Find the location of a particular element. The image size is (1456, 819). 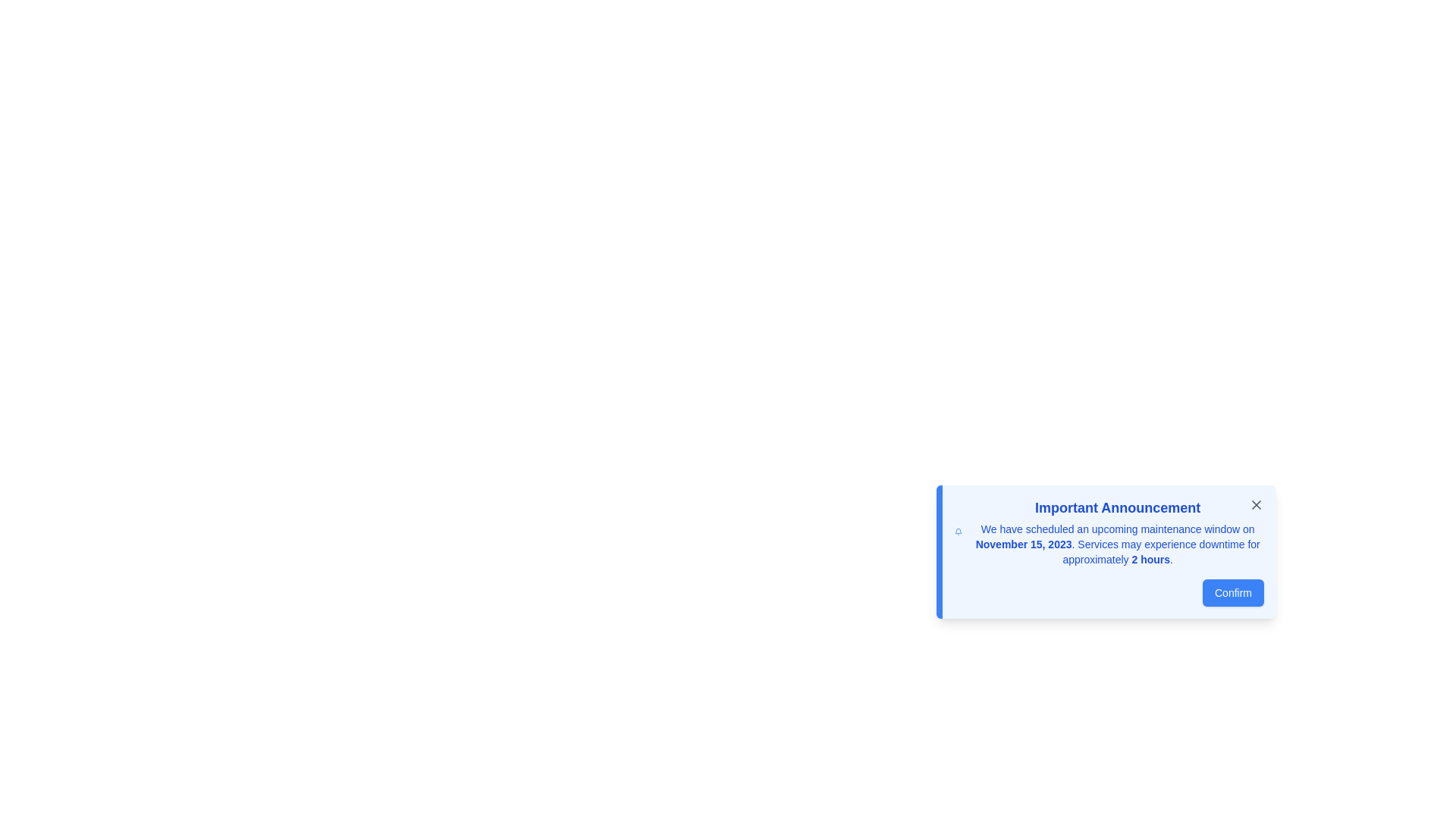

the static text displaying '2 hours' in bold blue color, located at the lower right portion of the announcement card indicating the duration of the maintenance window is located at coordinates (1150, 559).